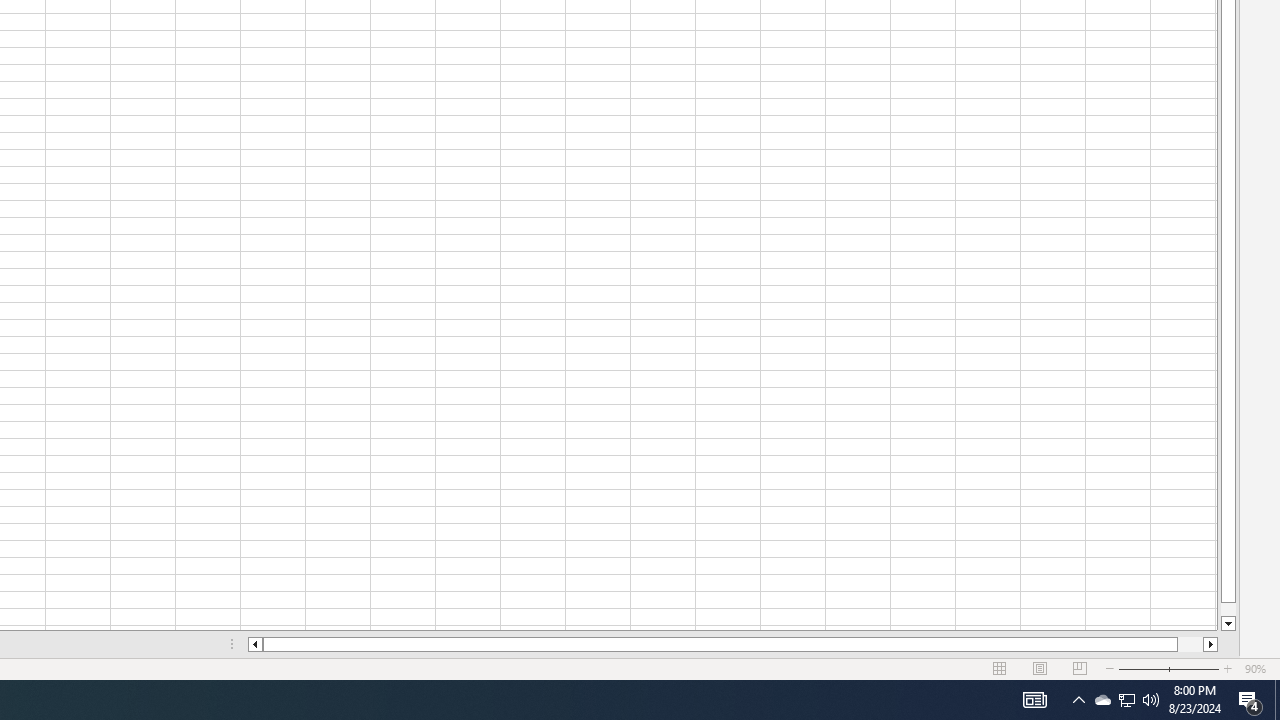 Image resolution: width=1280 pixels, height=720 pixels. Describe the element at coordinates (1210, 644) in the screenshot. I see `'Column right'` at that location.